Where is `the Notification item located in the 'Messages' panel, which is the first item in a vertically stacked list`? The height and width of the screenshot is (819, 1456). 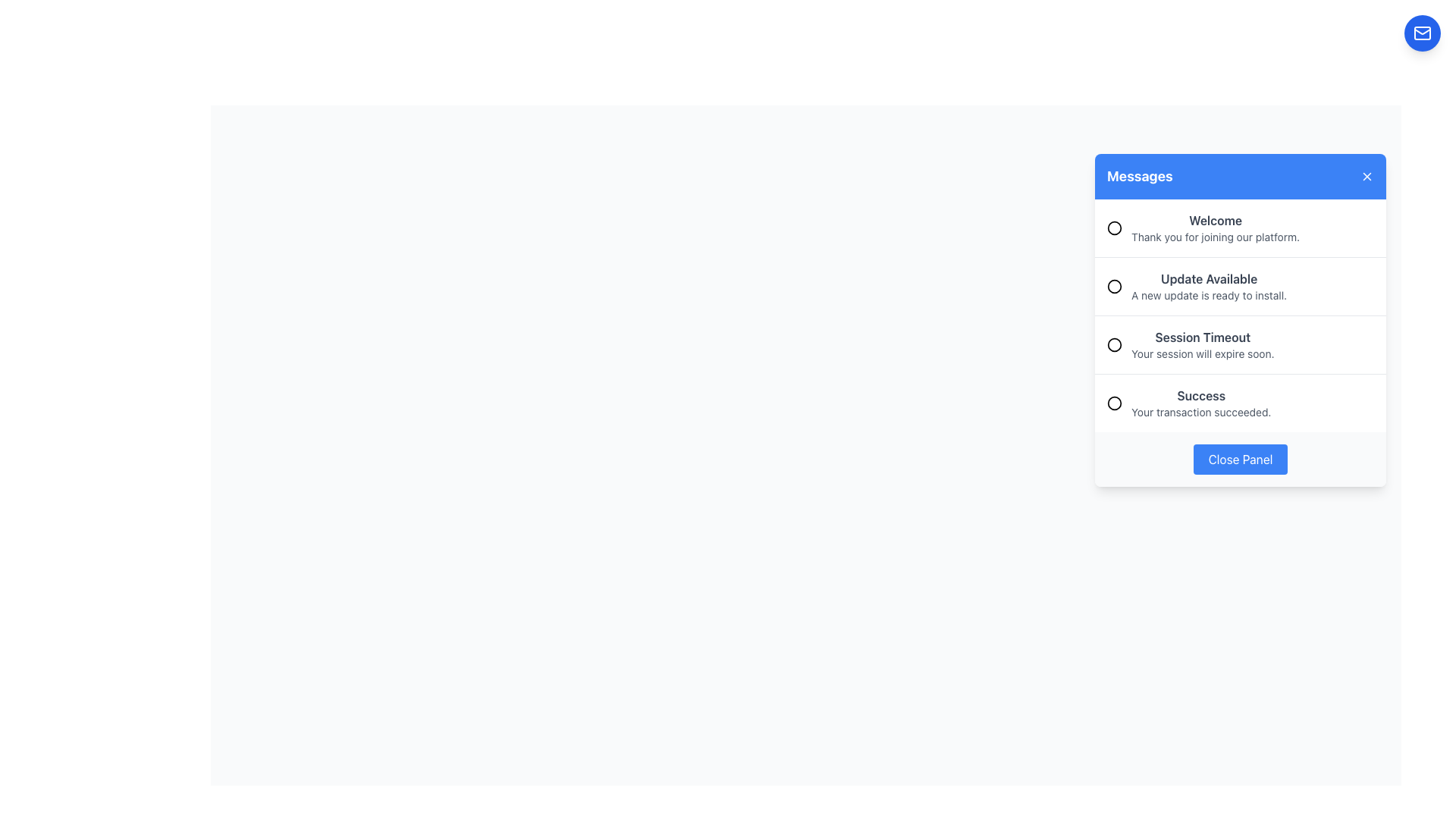 the Notification item located in the 'Messages' panel, which is the first item in a vertically stacked list is located at coordinates (1241, 227).